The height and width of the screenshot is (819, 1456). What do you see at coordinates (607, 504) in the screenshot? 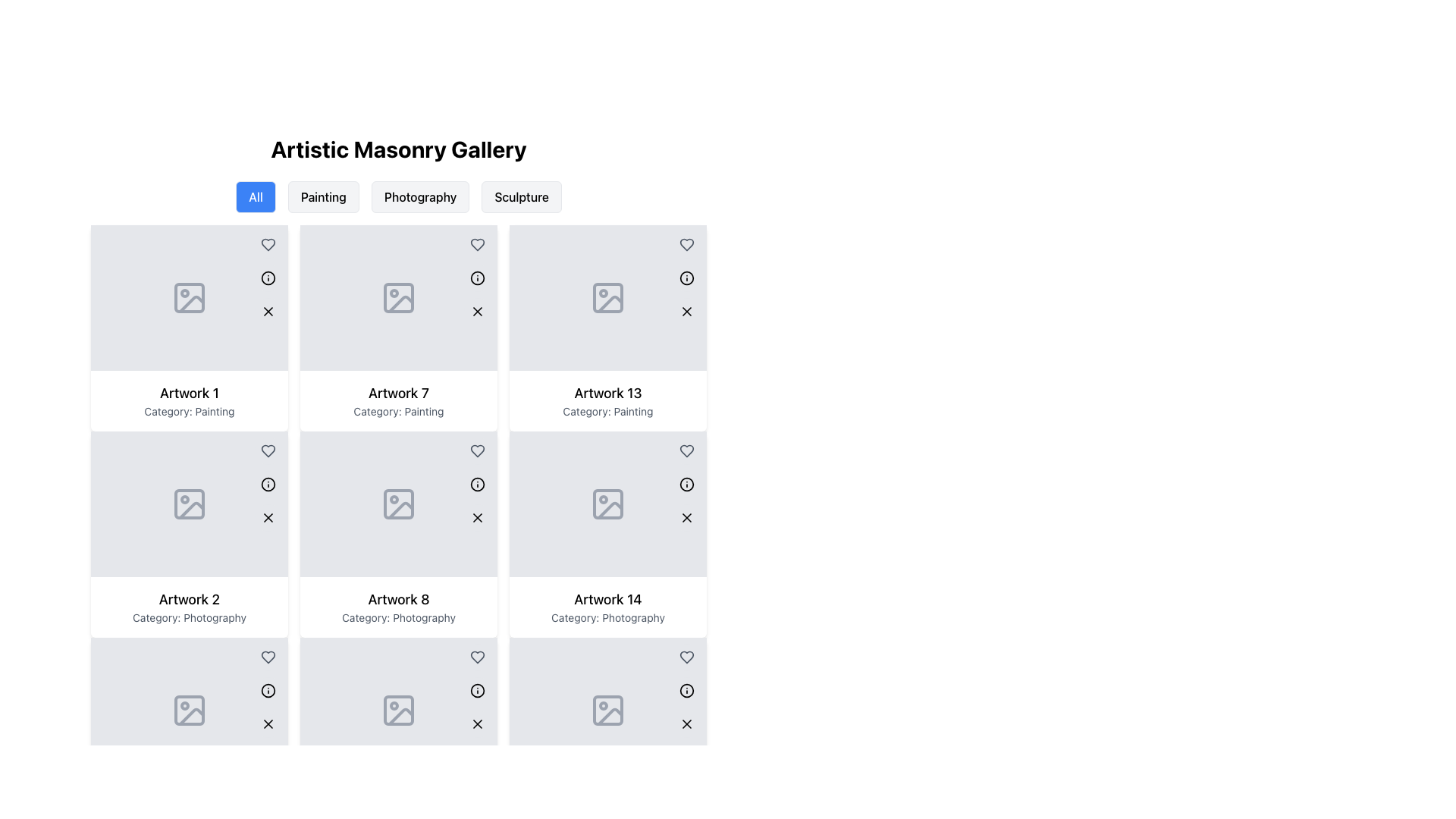
I see `the background rectangle of the icon in the fourth column and third row of the grid layout titled 'Artwork 13' with category 'Painting'` at bounding box center [607, 504].